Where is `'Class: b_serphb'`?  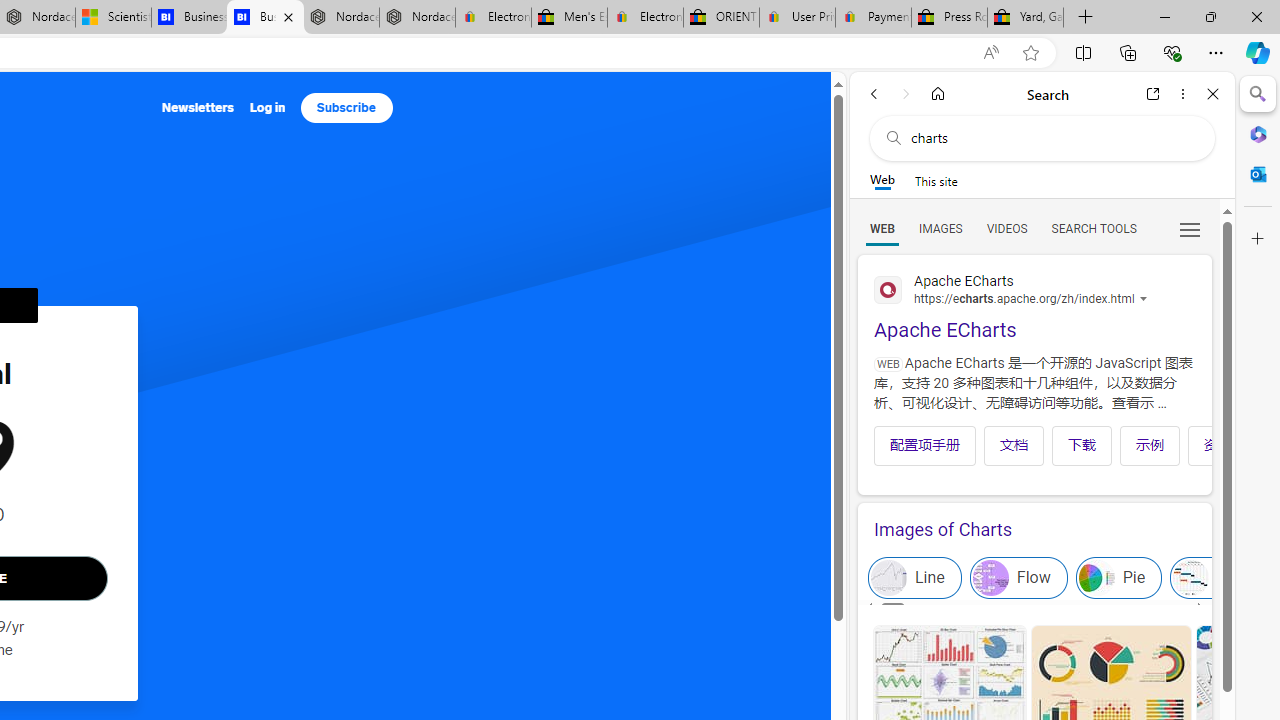
'Class: b_serphb' is located at coordinates (1190, 229).